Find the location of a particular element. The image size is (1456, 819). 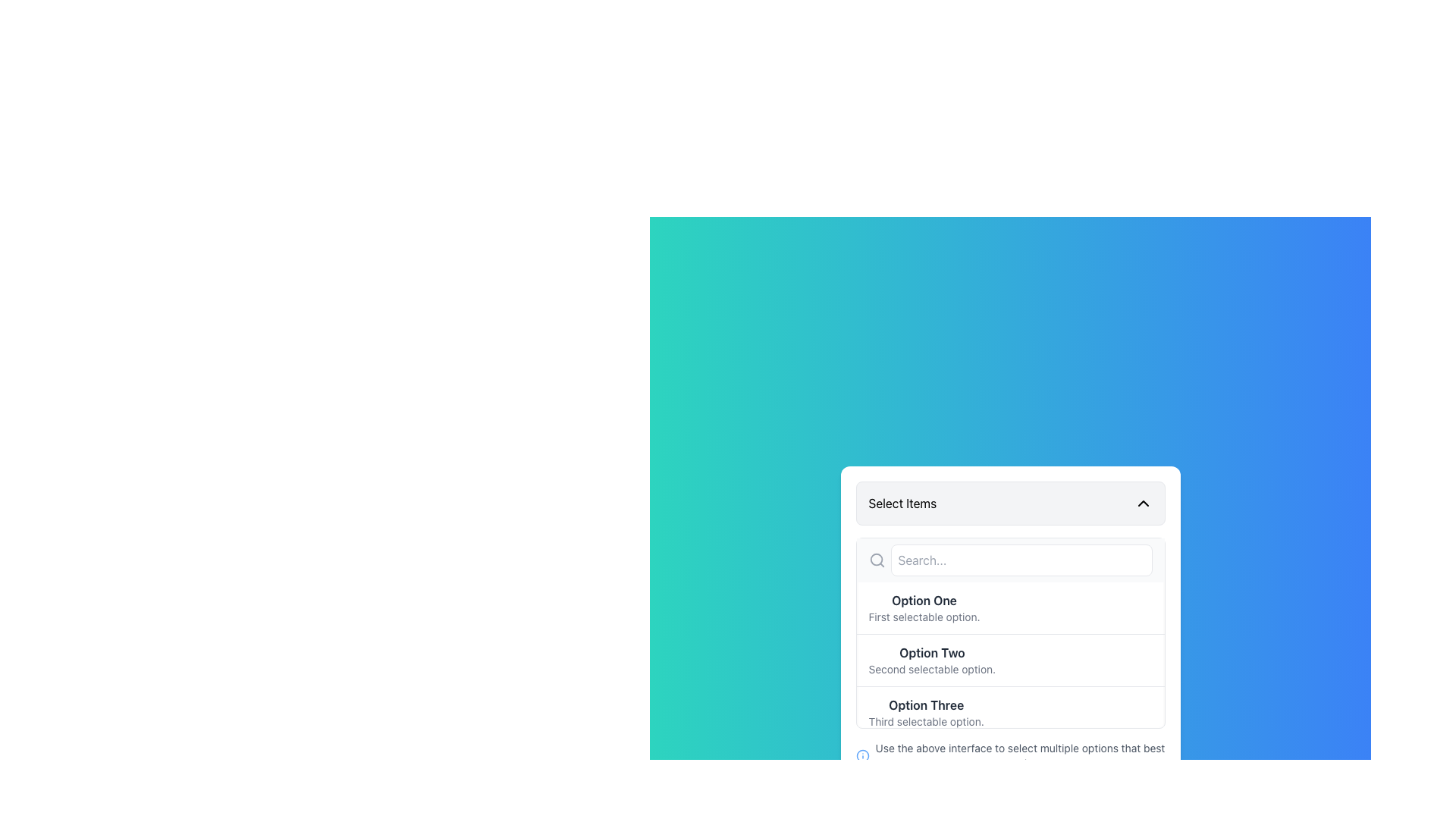

the first List Item element titled 'Option One' is located at coordinates (924, 607).